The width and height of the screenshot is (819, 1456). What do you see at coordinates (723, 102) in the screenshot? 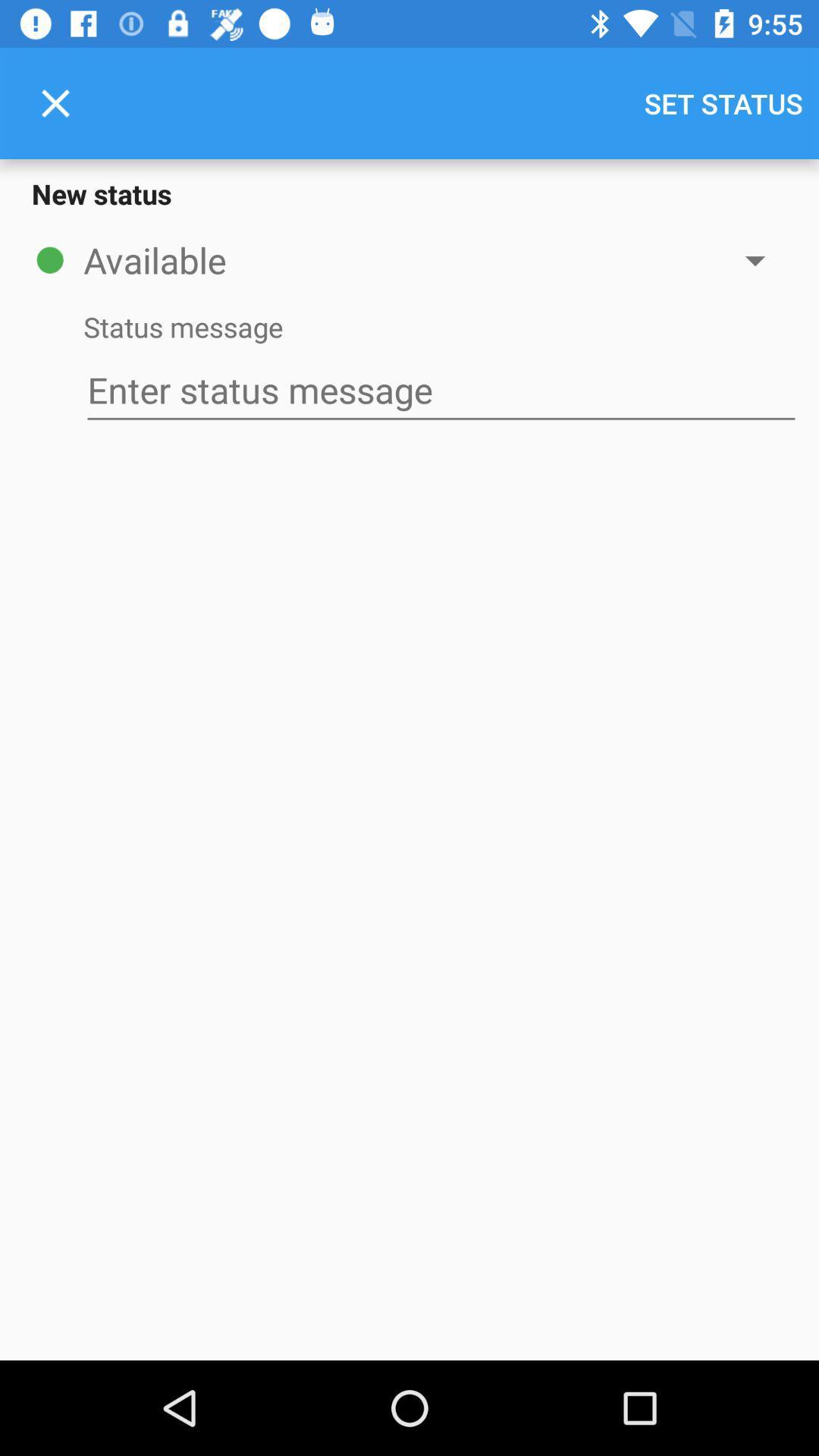
I see `the set status icon` at bounding box center [723, 102].